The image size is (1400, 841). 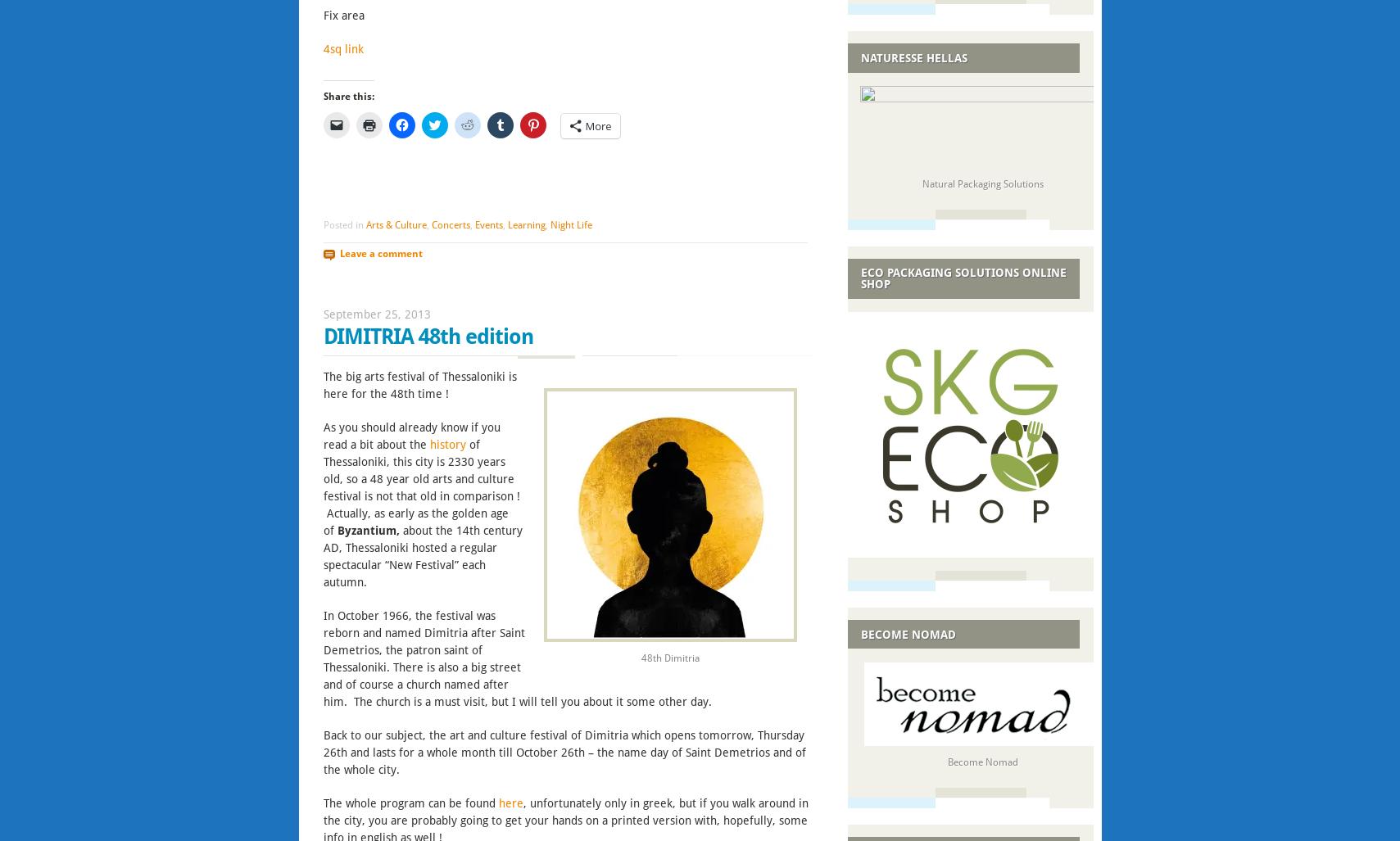 I want to click on 'Learning', so click(x=525, y=225).